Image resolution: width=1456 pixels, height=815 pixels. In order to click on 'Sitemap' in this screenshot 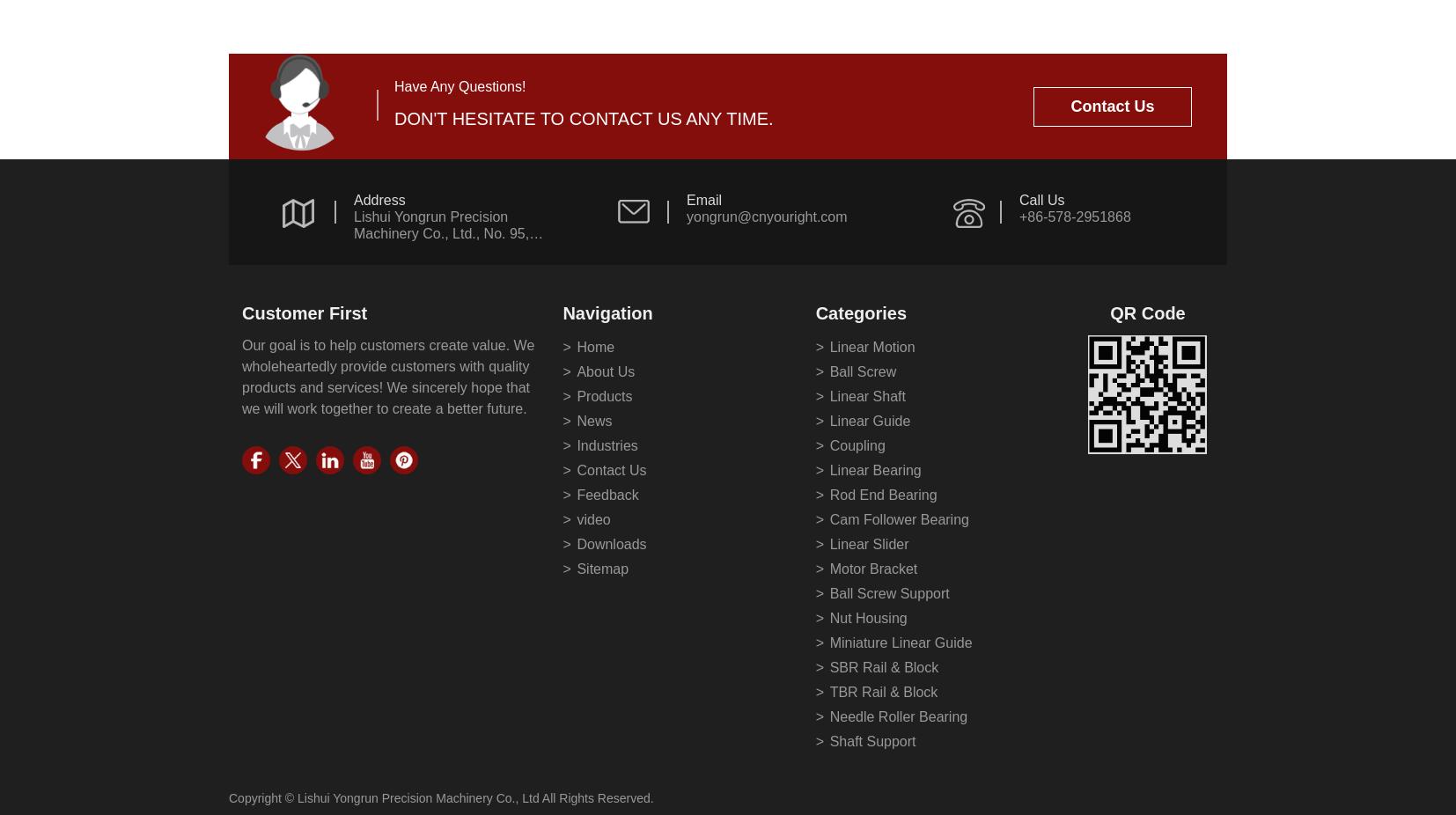, I will do `click(602, 568)`.